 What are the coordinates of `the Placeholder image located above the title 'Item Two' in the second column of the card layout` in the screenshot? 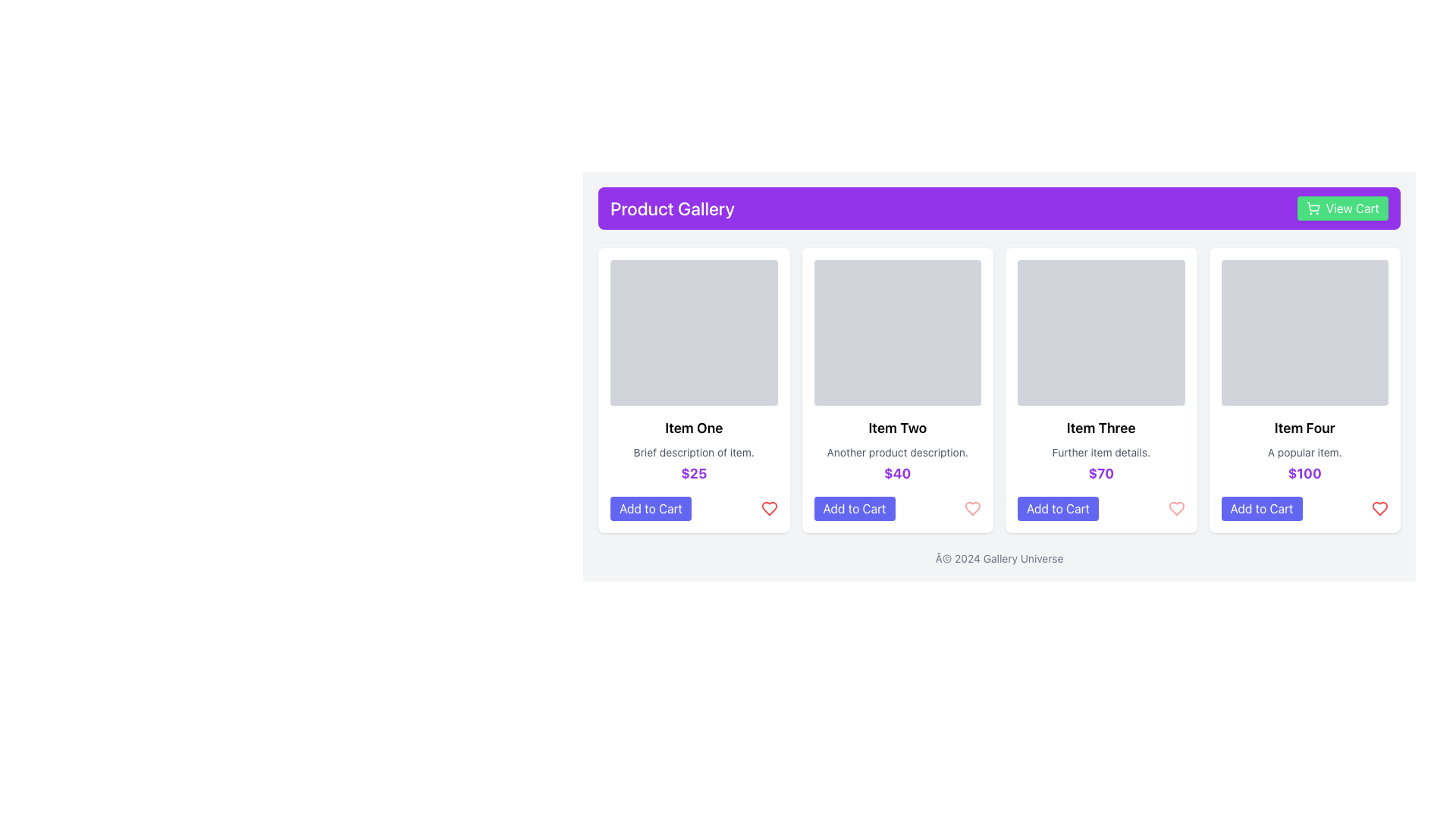 It's located at (897, 332).